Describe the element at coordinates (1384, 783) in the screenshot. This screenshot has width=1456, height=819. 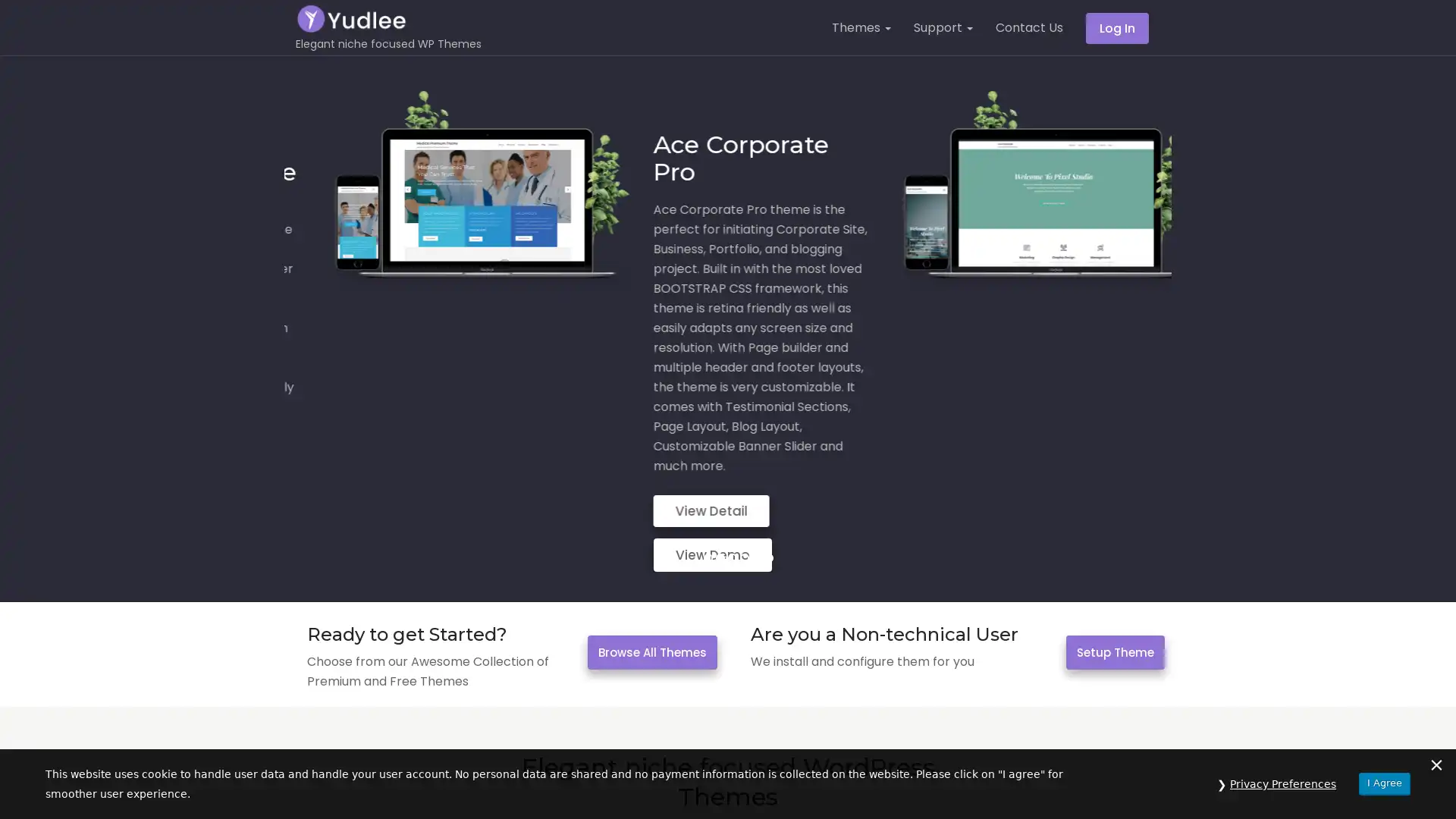
I see `I Agree` at that location.